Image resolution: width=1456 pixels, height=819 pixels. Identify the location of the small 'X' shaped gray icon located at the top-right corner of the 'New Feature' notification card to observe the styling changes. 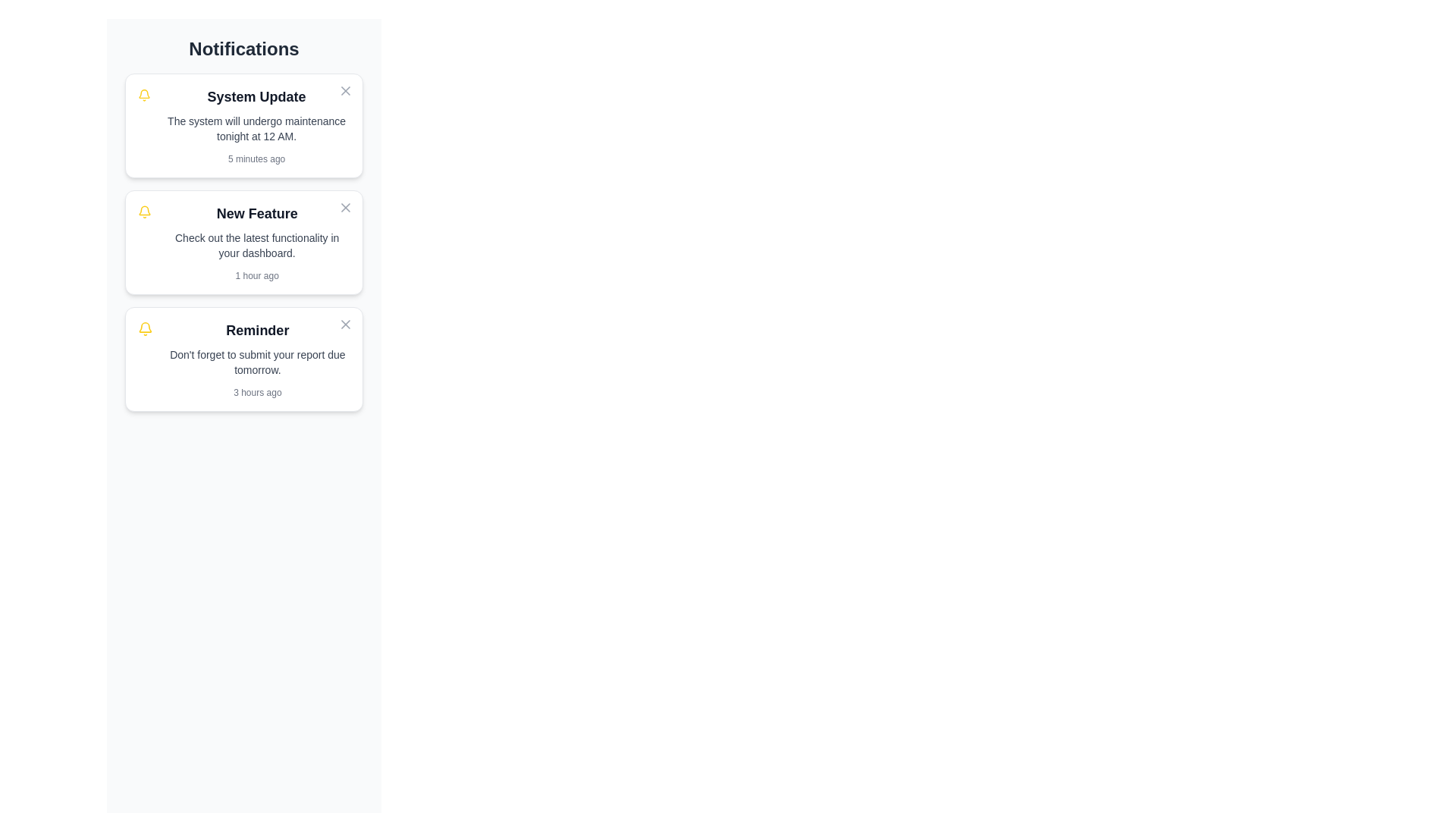
(345, 207).